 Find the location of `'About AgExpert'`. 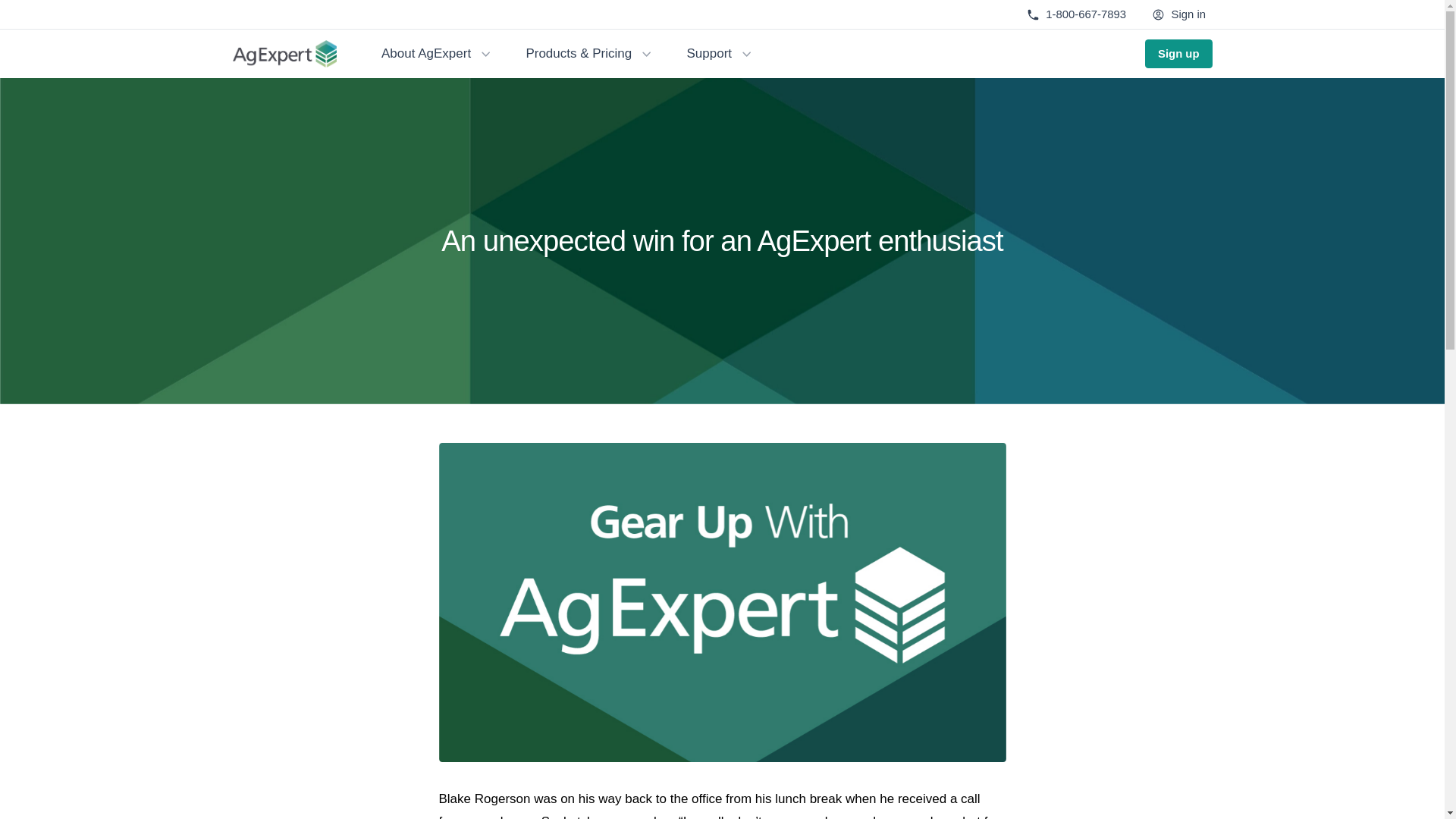

'About AgExpert' is located at coordinates (436, 52).